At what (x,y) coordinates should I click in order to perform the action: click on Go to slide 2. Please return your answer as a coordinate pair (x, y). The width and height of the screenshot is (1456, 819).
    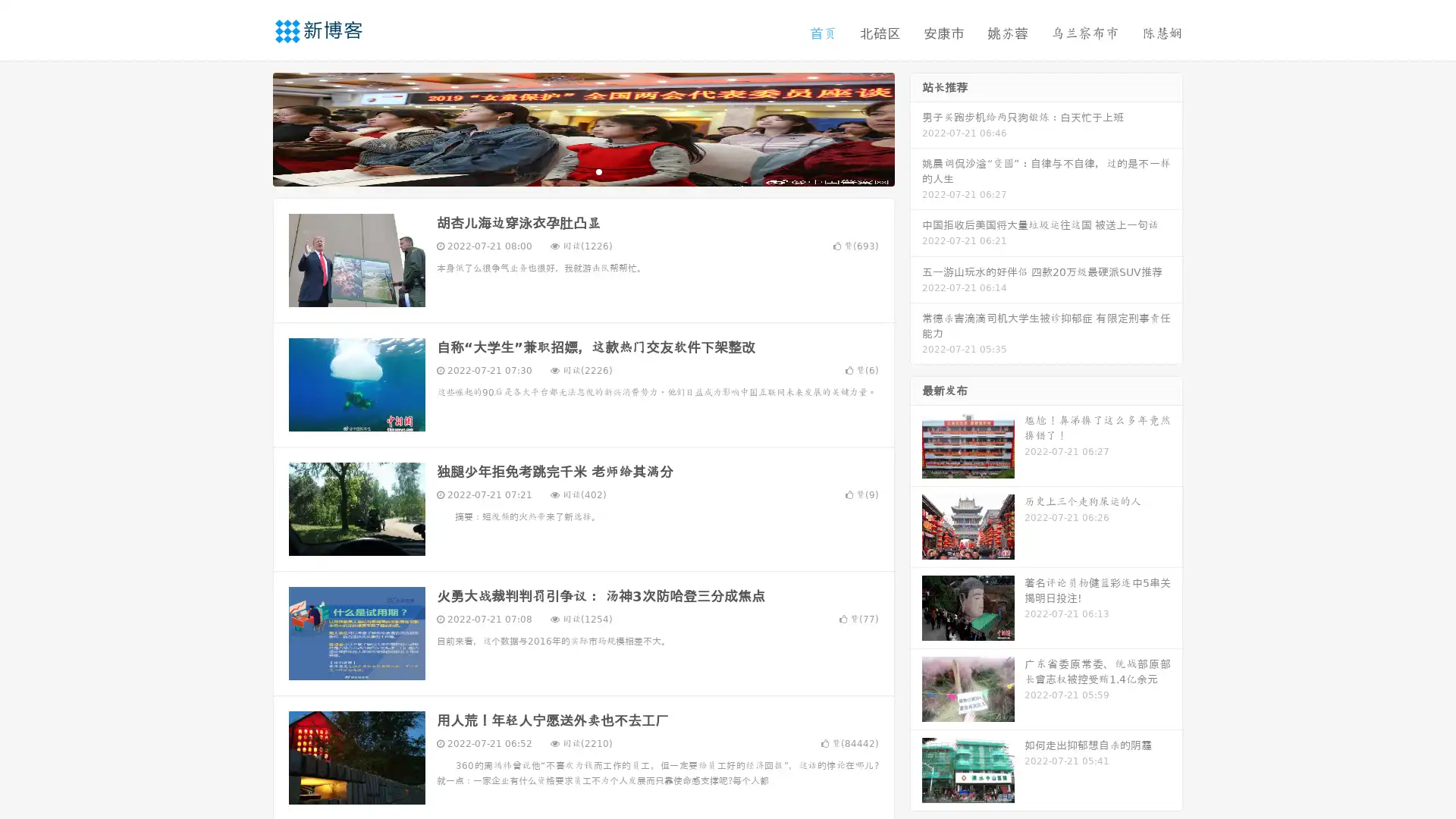
    Looking at the image, I should click on (582, 171).